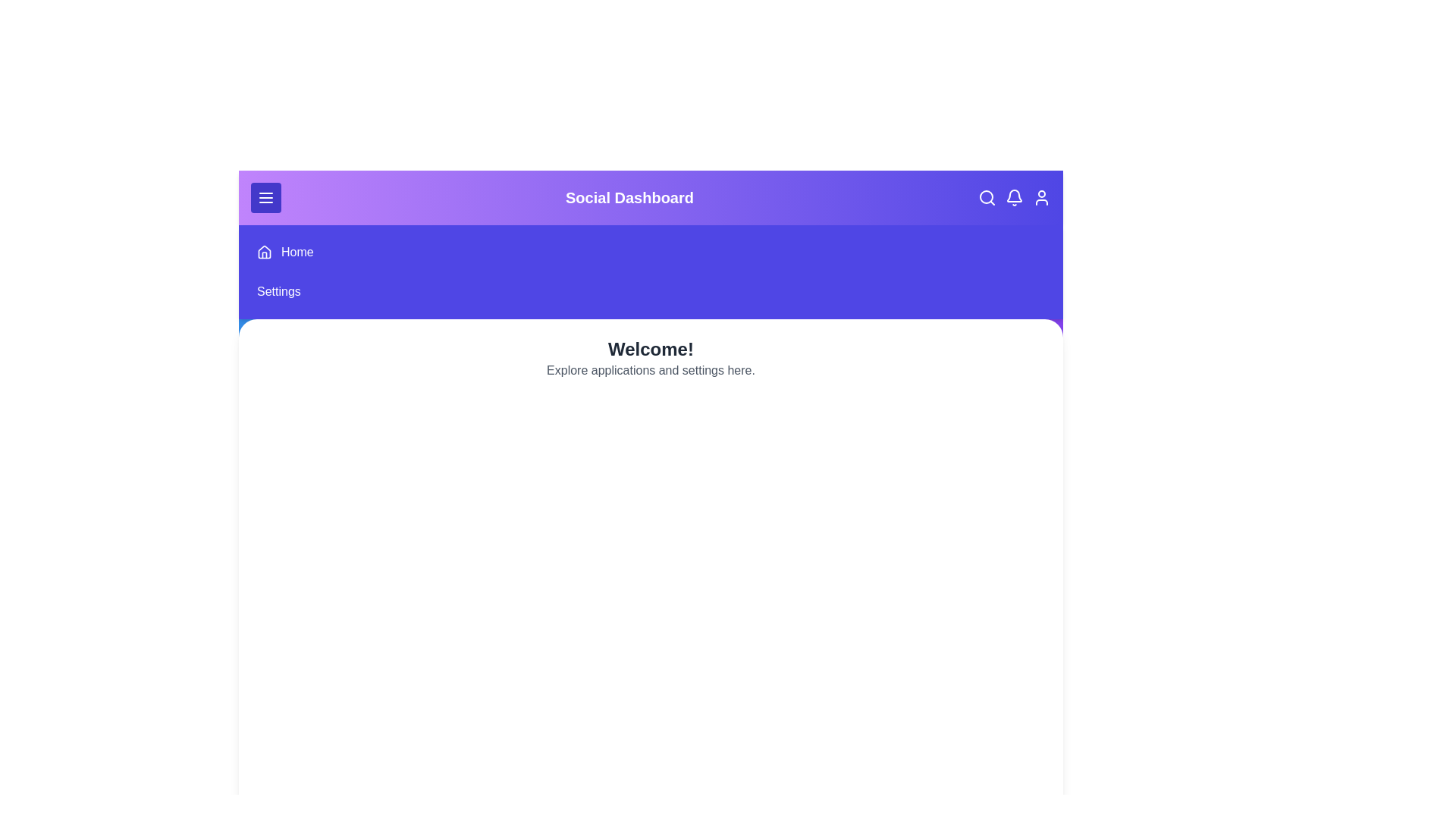 This screenshot has height=819, width=1456. I want to click on the 'Home' link to navigate to the 'Home' section, so click(297, 251).